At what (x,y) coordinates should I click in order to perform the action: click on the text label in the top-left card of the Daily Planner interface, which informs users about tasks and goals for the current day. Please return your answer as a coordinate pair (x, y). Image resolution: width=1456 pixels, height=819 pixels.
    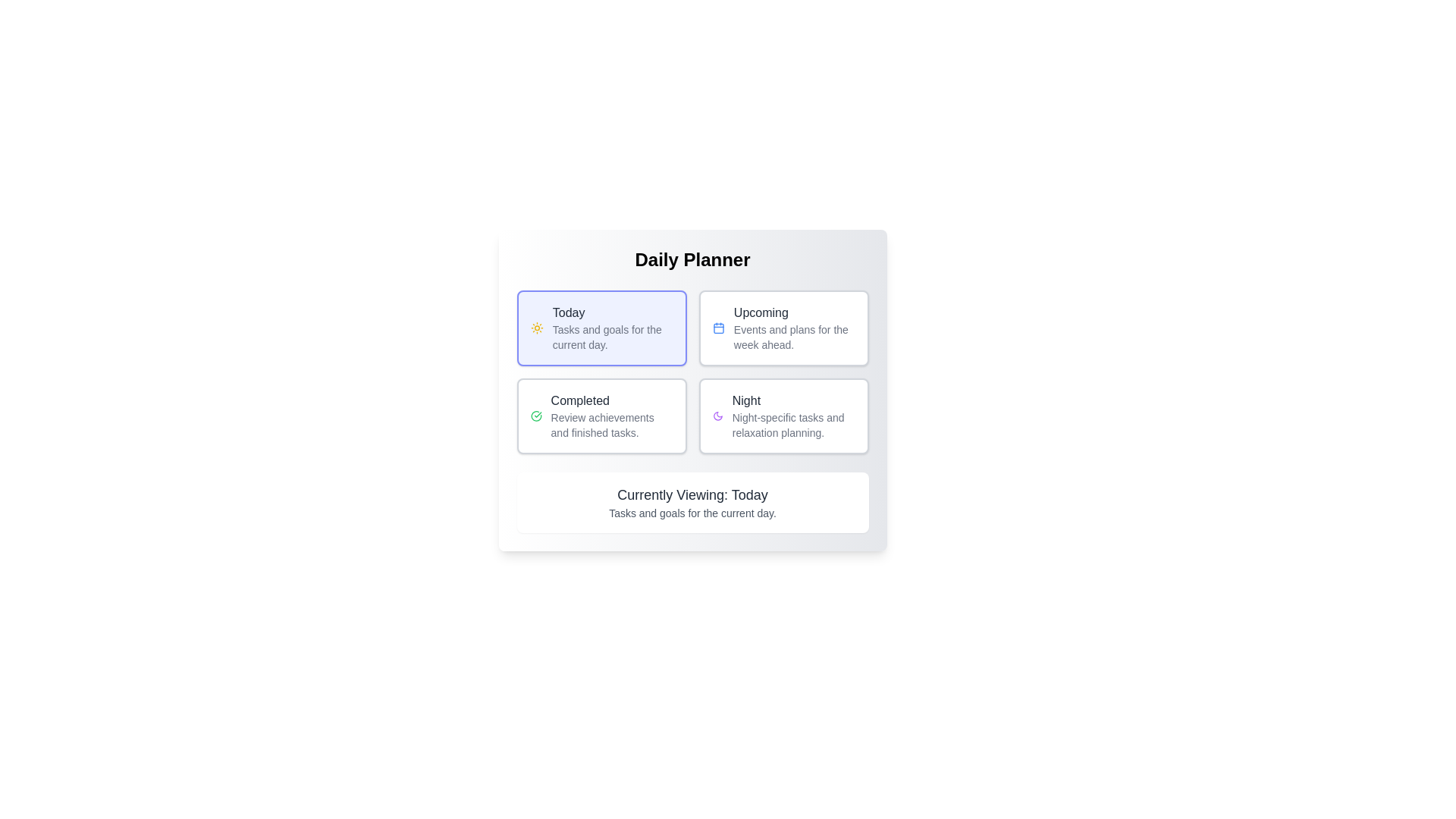
    Looking at the image, I should click on (613, 327).